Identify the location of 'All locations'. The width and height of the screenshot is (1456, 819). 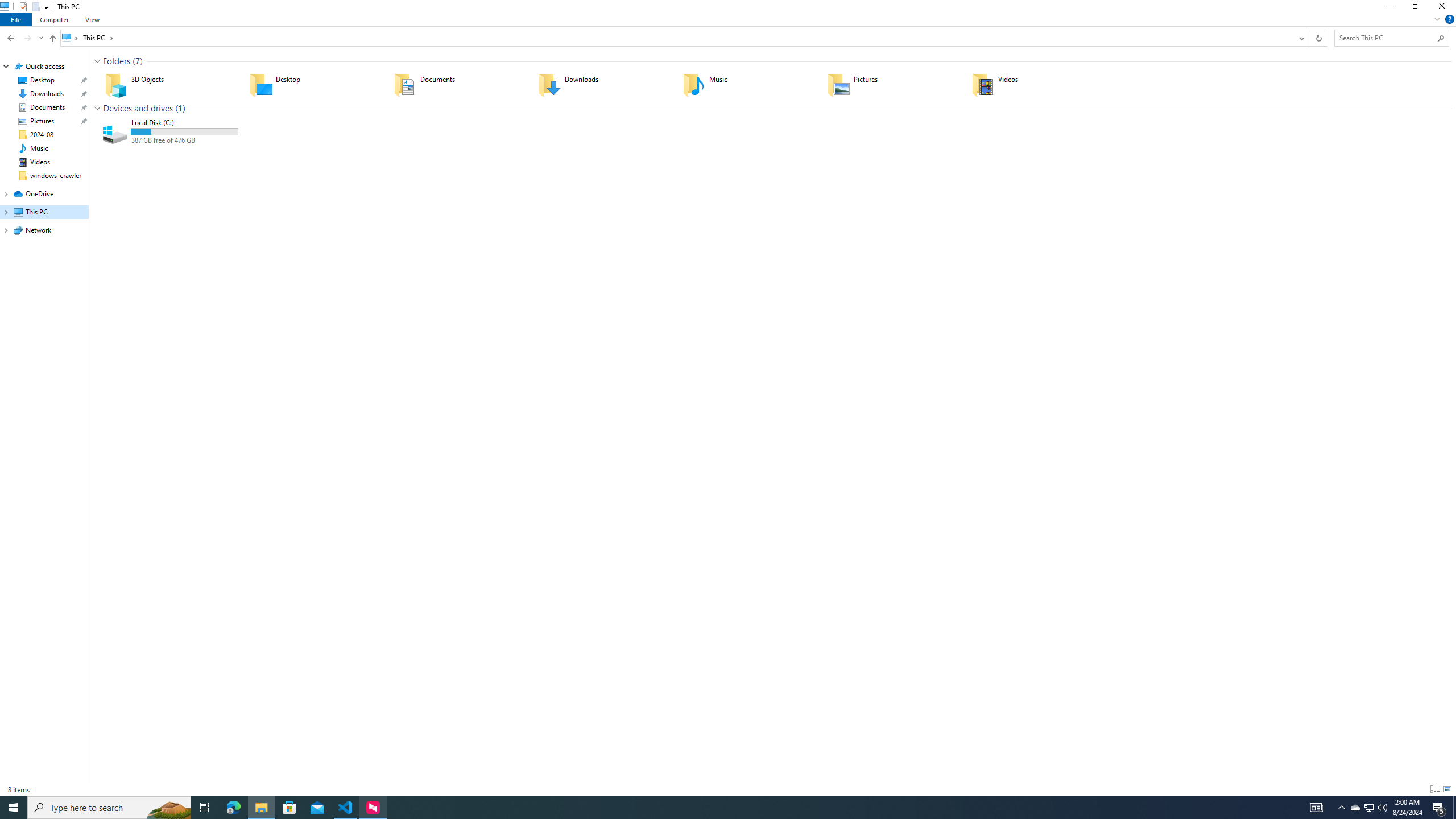
(70, 37).